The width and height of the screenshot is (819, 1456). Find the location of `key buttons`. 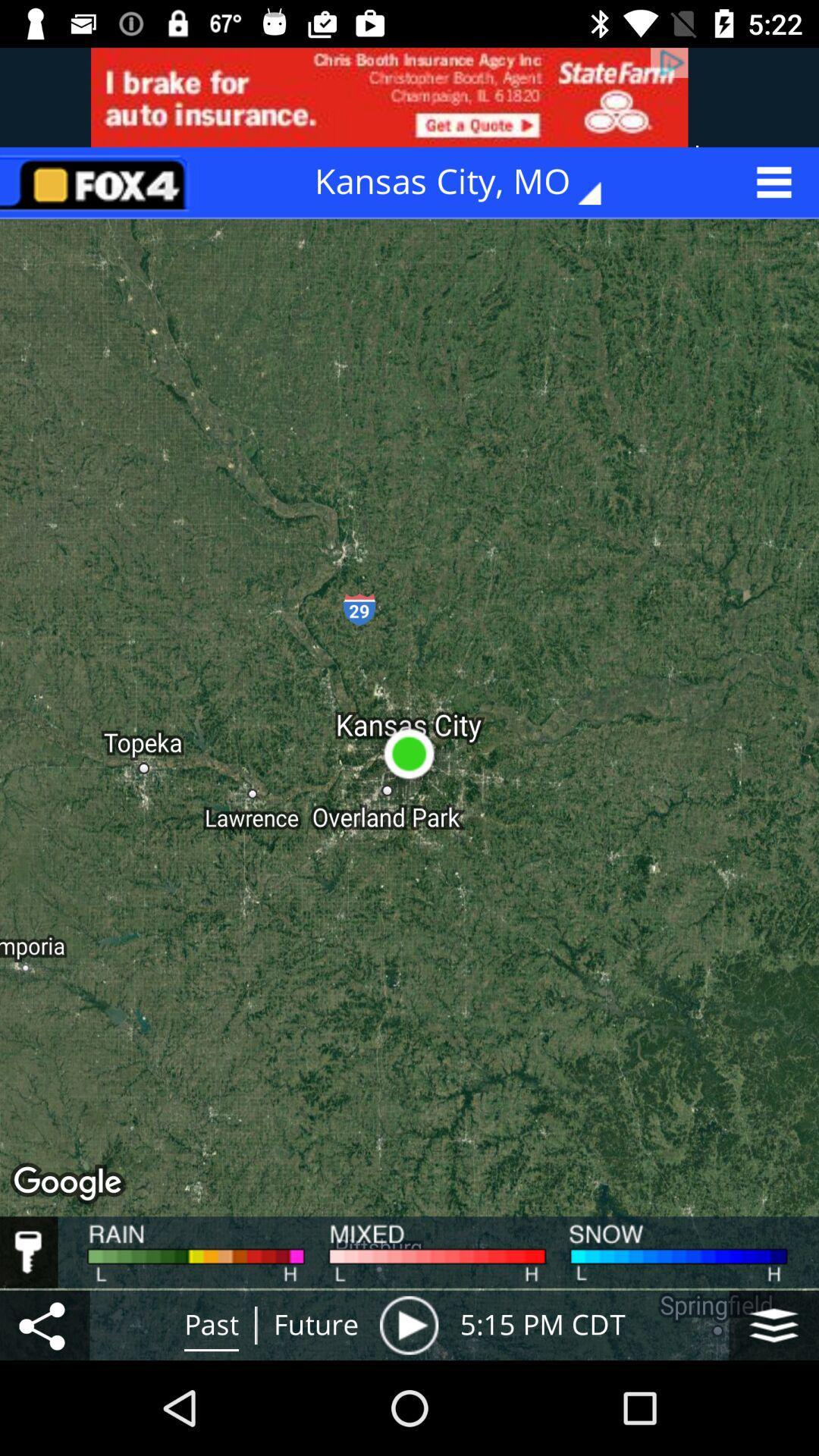

key buttons is located at coordinates (29, 1252).